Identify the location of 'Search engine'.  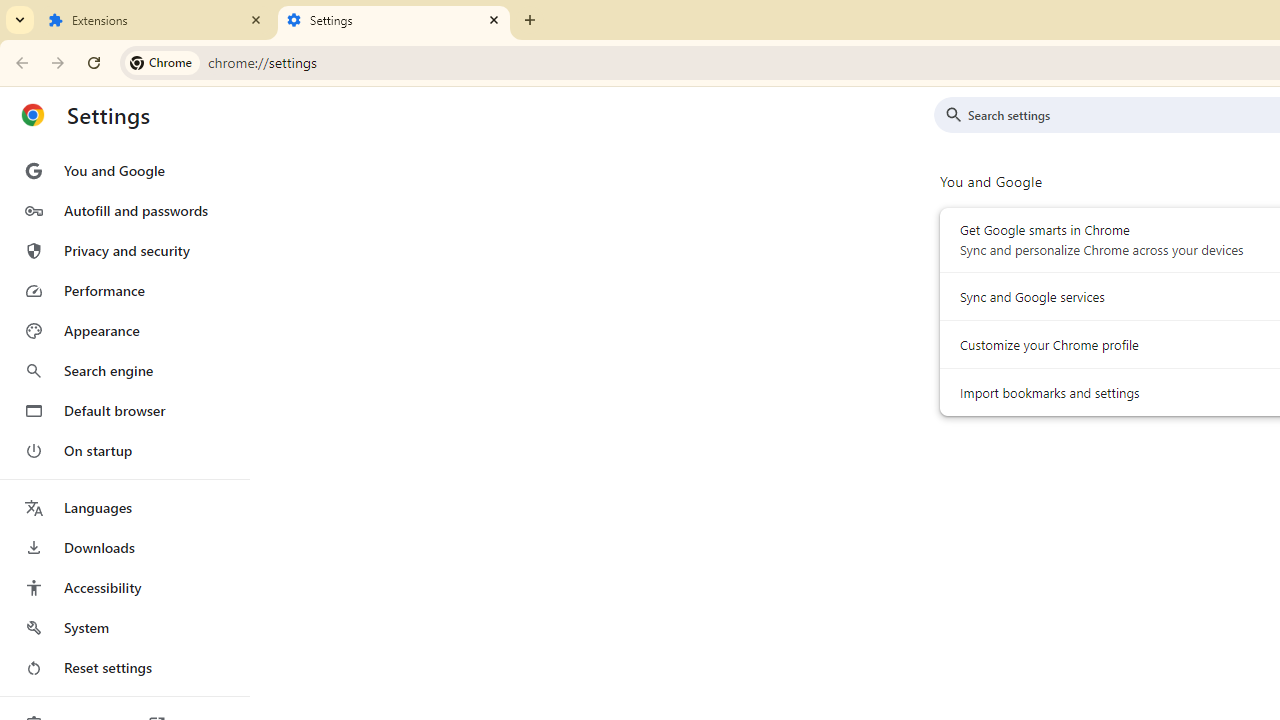
(123, 371).